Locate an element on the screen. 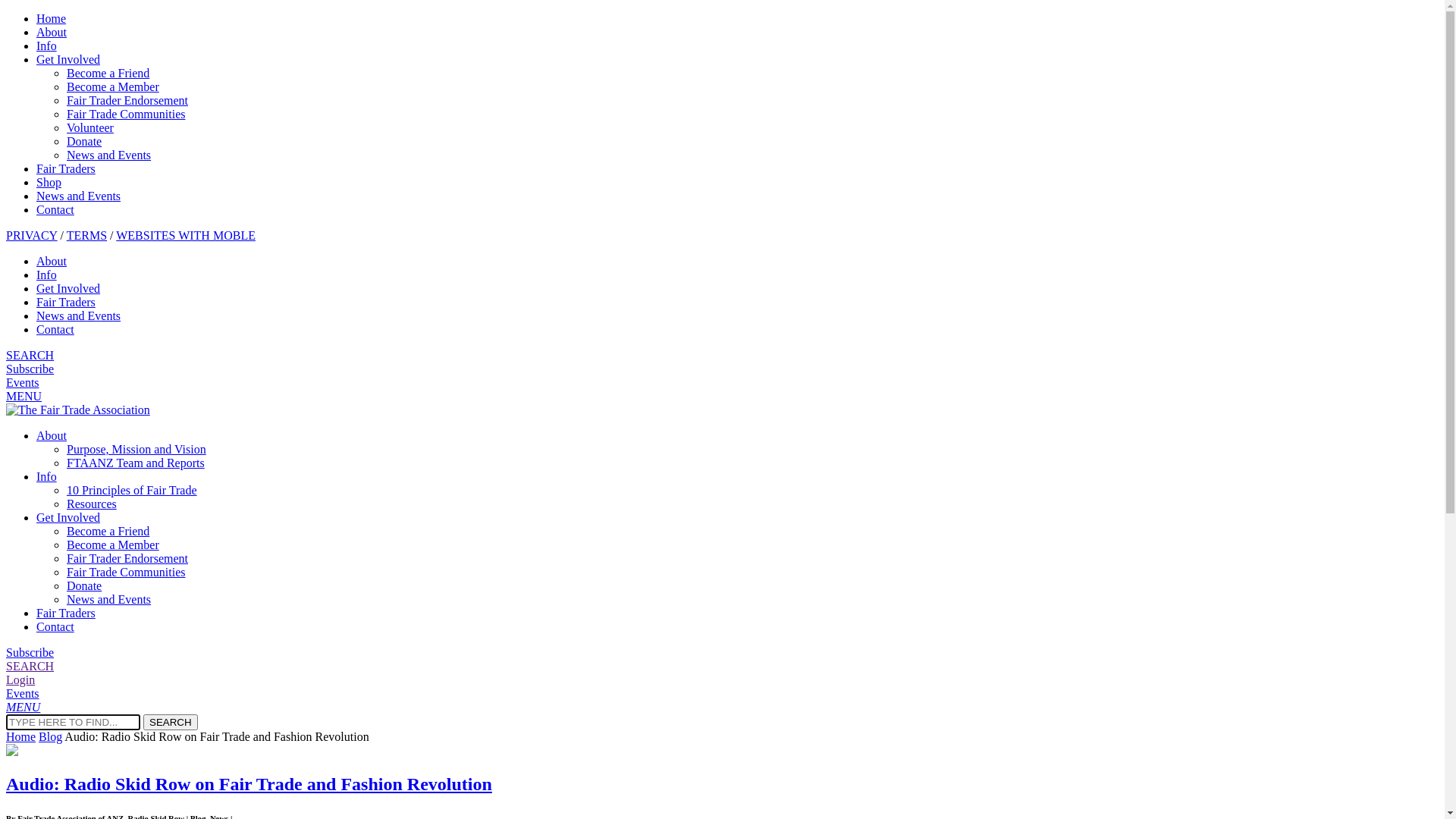  'About' is located at coordinates (36, 260).